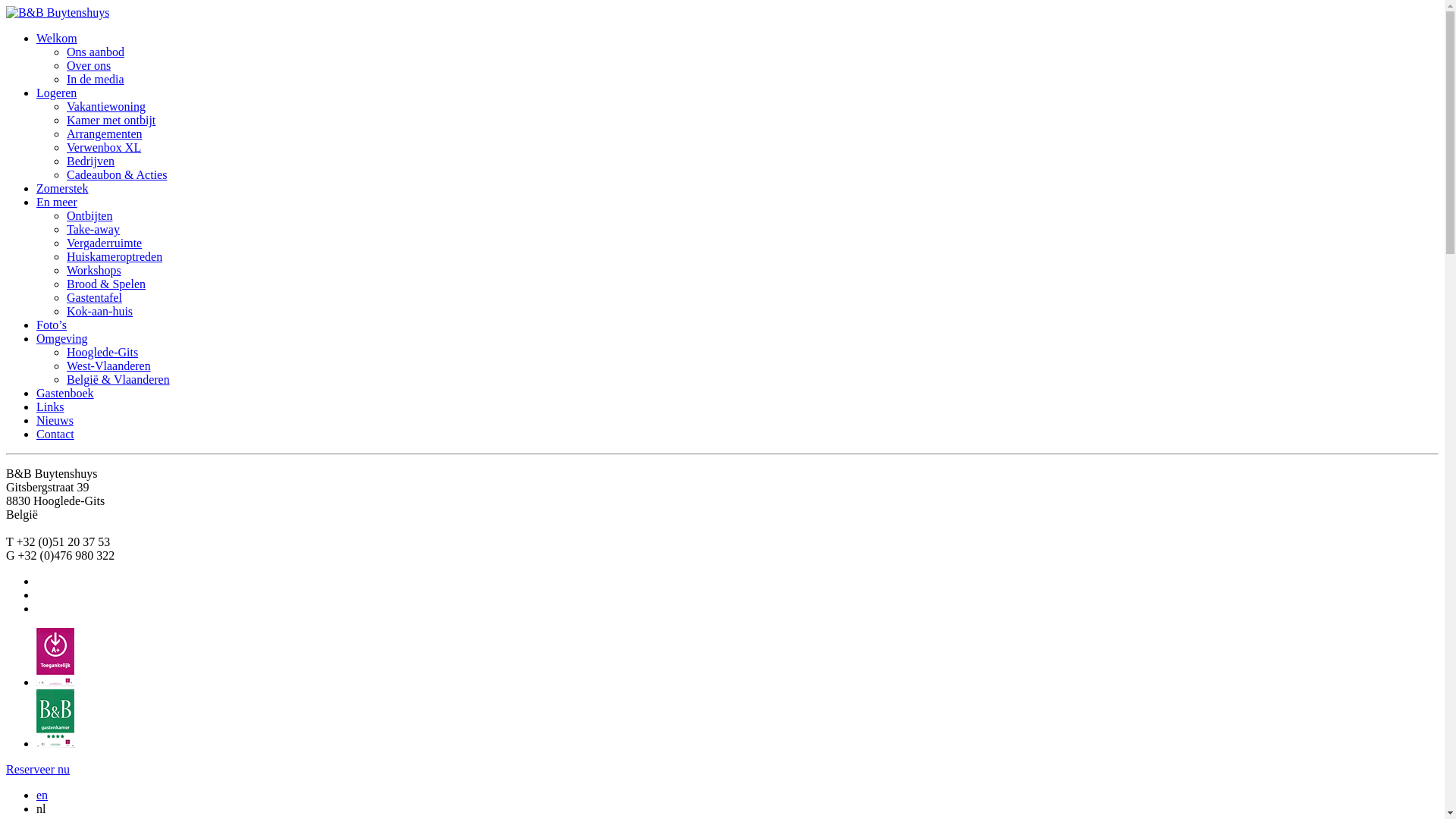  Describe the element at coordinates (58, 12) in the screenshot. I see `'B&B Buytenshuys'` at that location.